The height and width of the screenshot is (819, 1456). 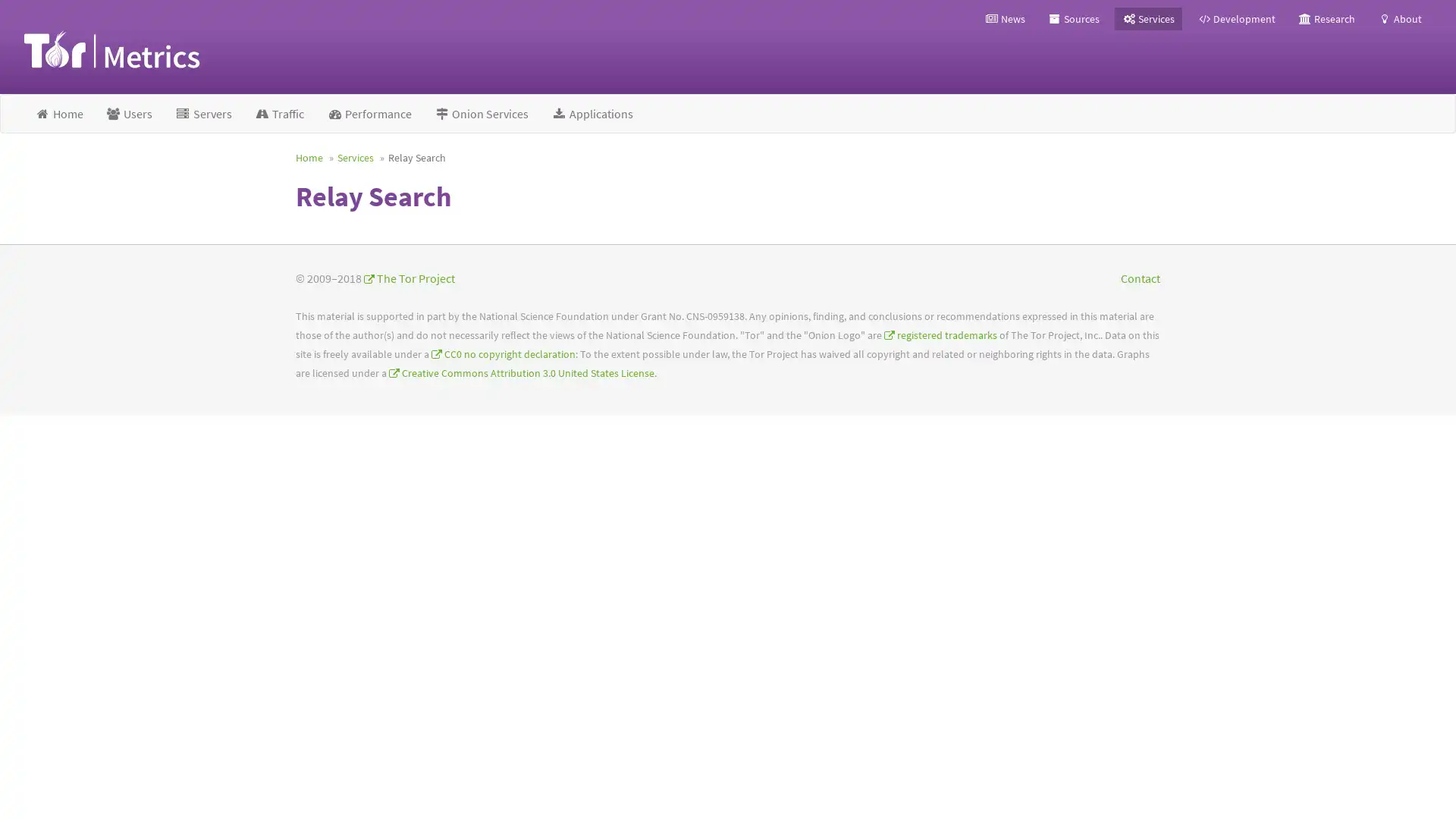 I want to click on Top Relays, so click(x=1125, y=346).